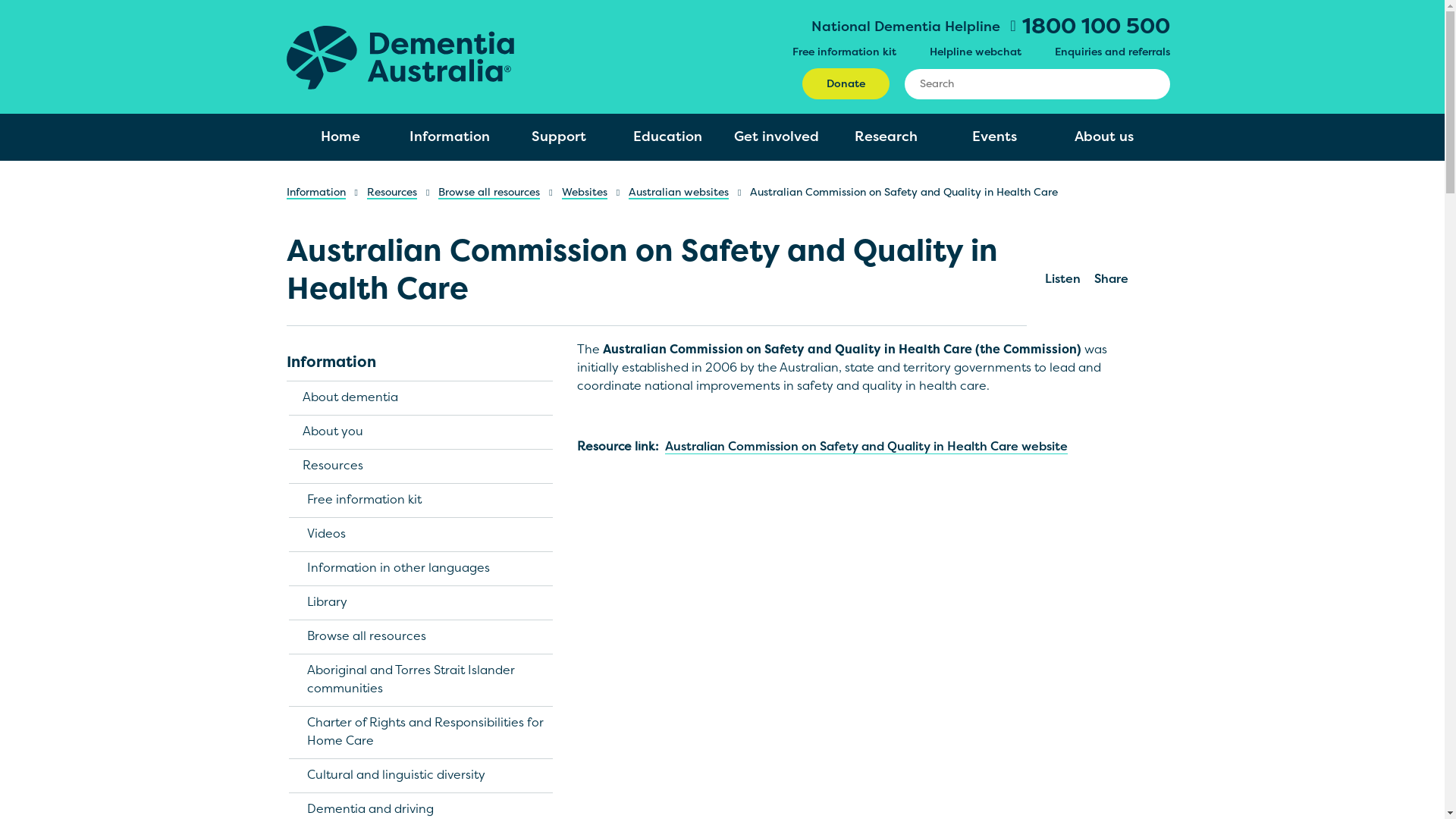 This screenshot has width=1456, height=819. Describe the element at coordinates (885, 137) in the screenshot. I see `'Research'` at that location.